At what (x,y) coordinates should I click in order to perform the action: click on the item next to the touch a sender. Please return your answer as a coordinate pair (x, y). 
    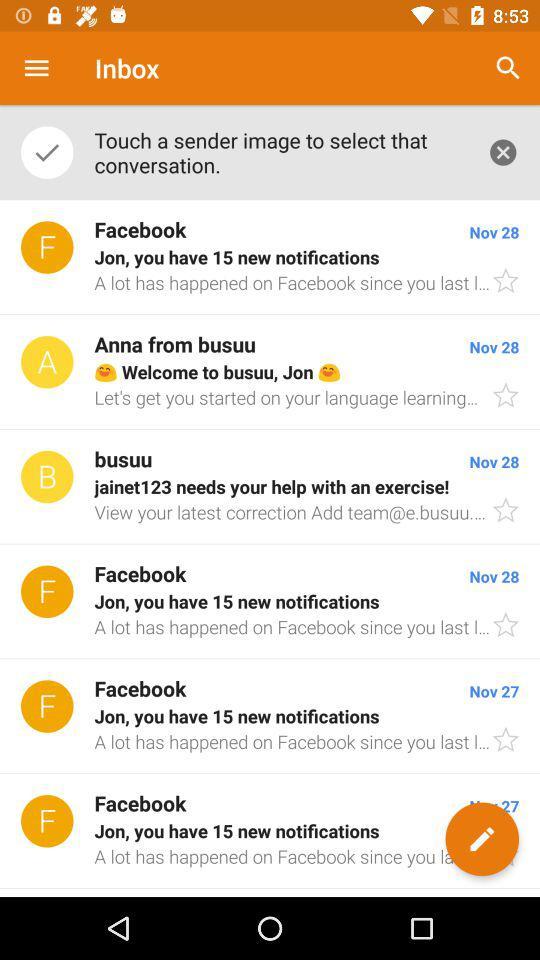
    Looking at the image, I should click on (508, 68).